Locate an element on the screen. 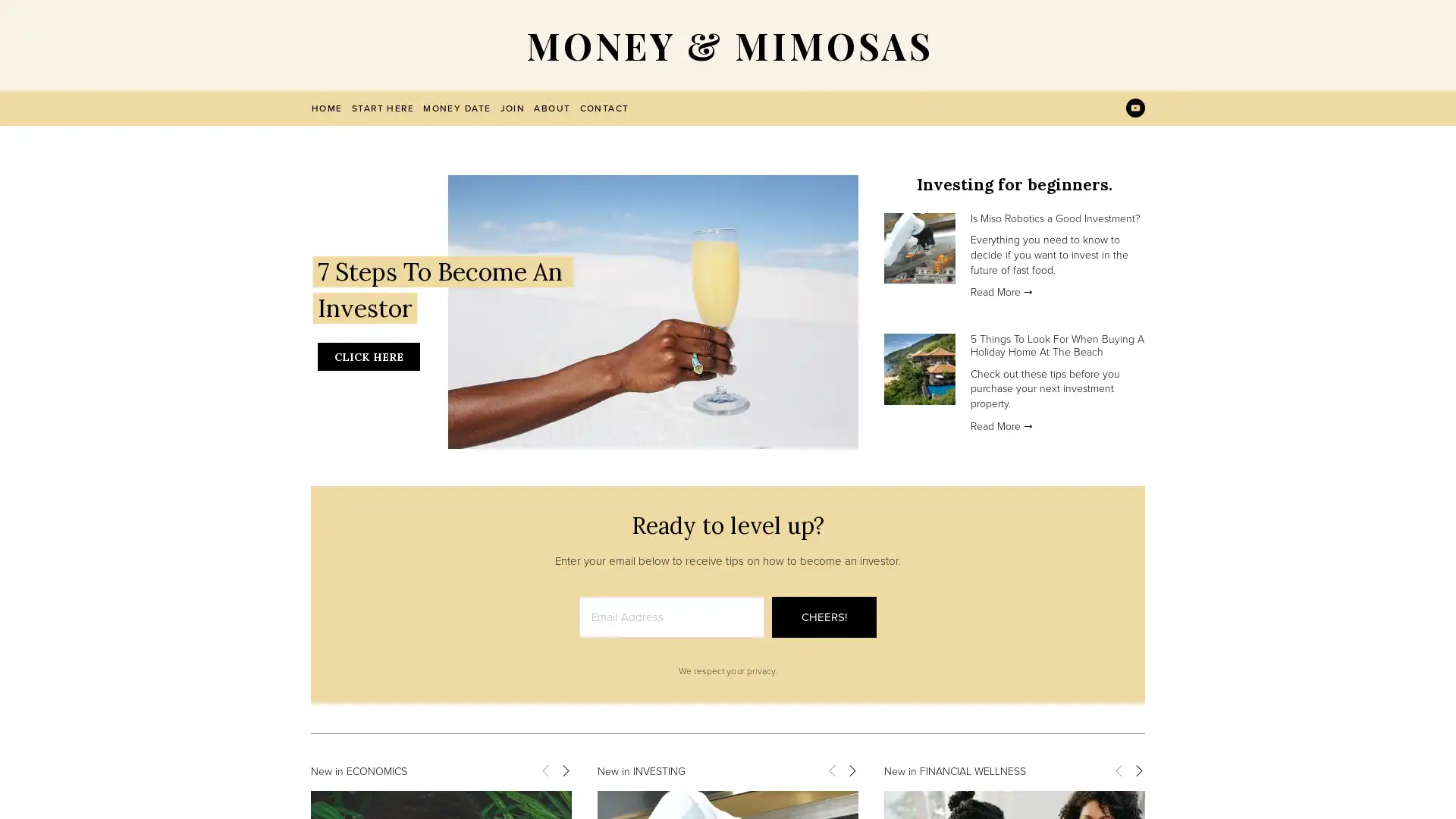  Yes, I love Money & Mimosas. is located at coordinates (870, 453).